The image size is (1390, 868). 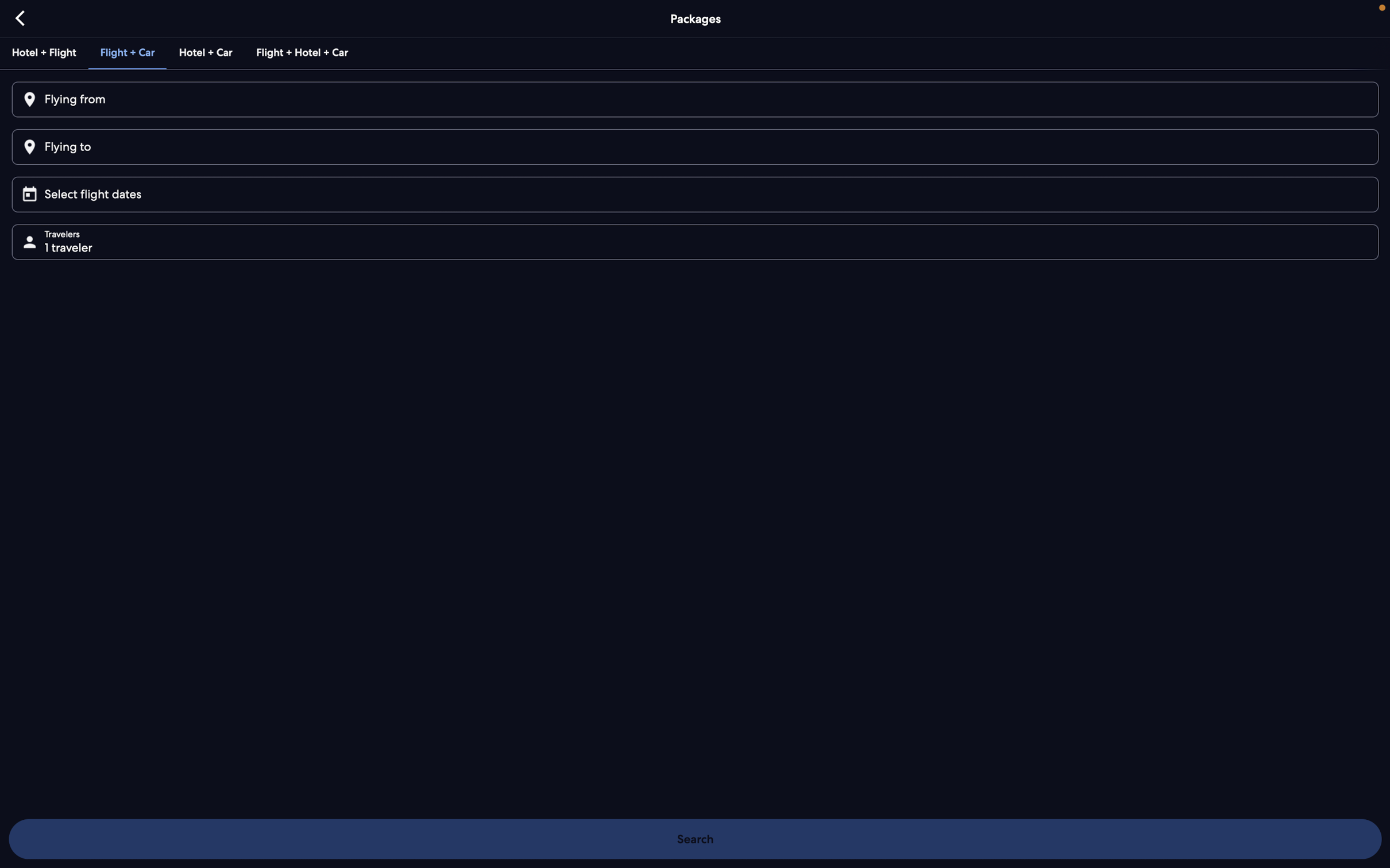 What do you see at coordinates (693, 100) in the screenshot?
I see `Enter the departure as "Bangalore"` at bounding box center [693, 100].